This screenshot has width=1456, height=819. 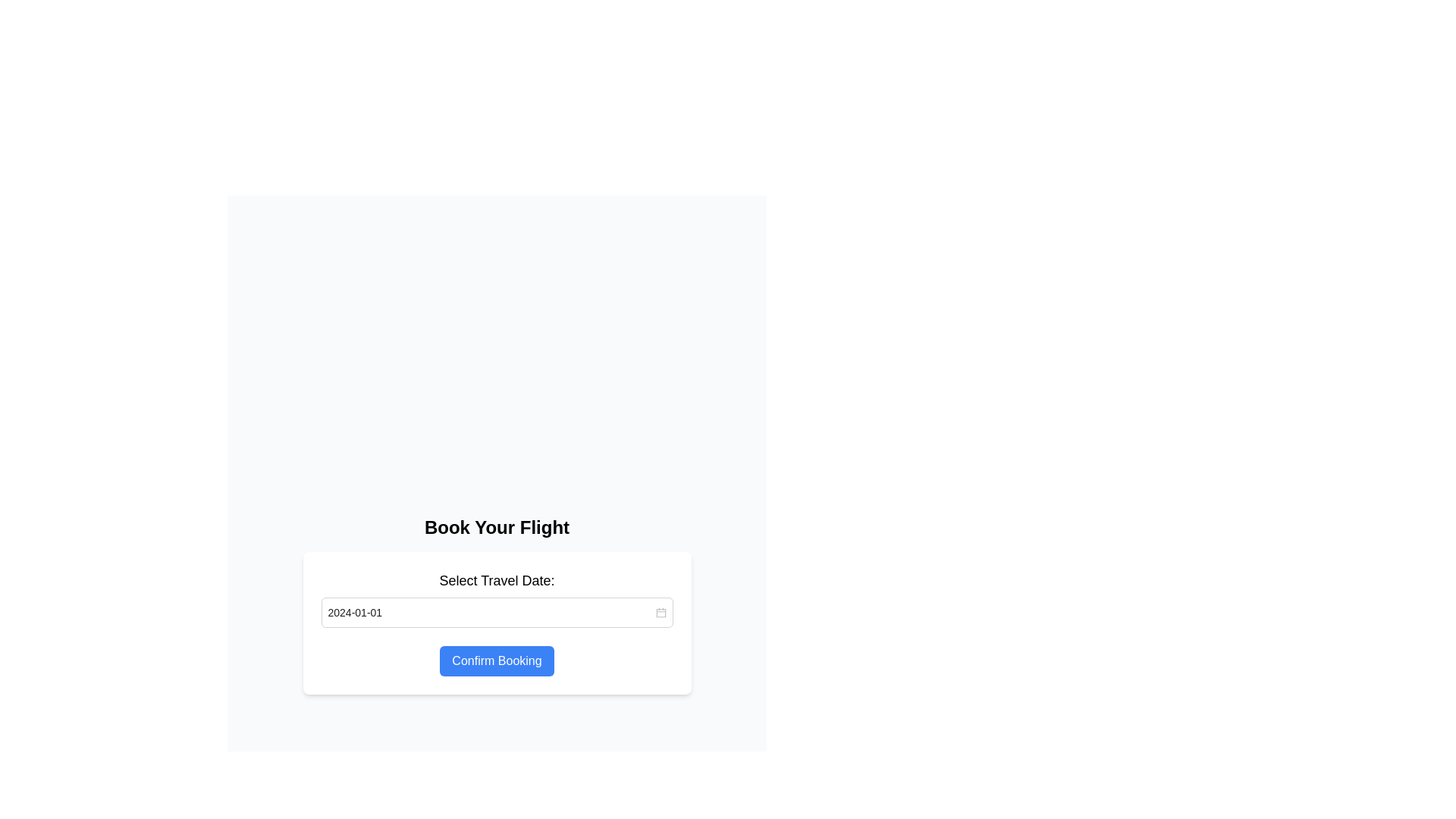 I want to click on the 'Confirm Booking' button, which is a rectangular button with a blue background and white text, located below the 'Select Travel Date' input field, so click(x=497, y=660).